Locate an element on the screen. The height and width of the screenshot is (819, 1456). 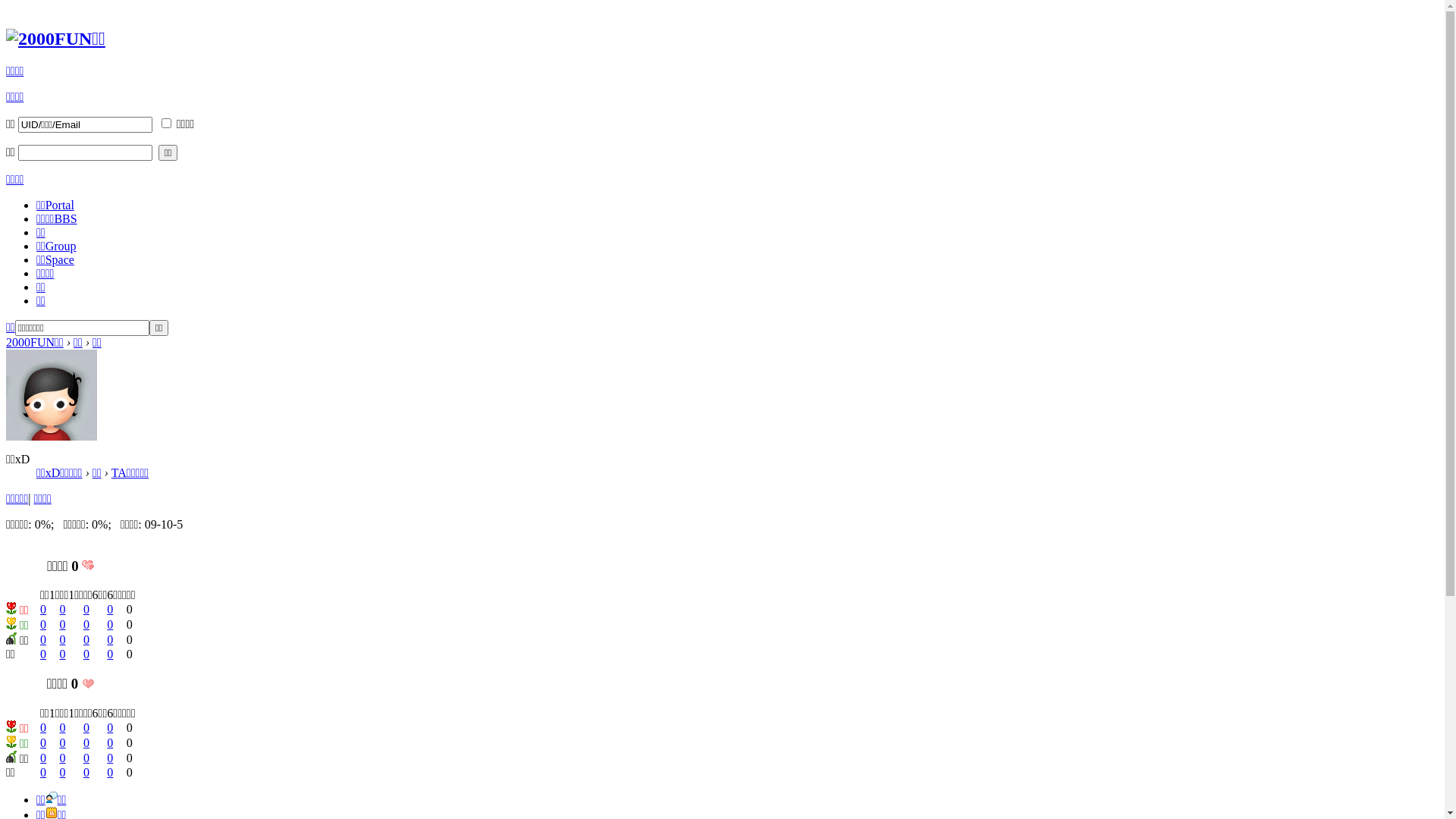
'0' is located at coordinates (86, 726).